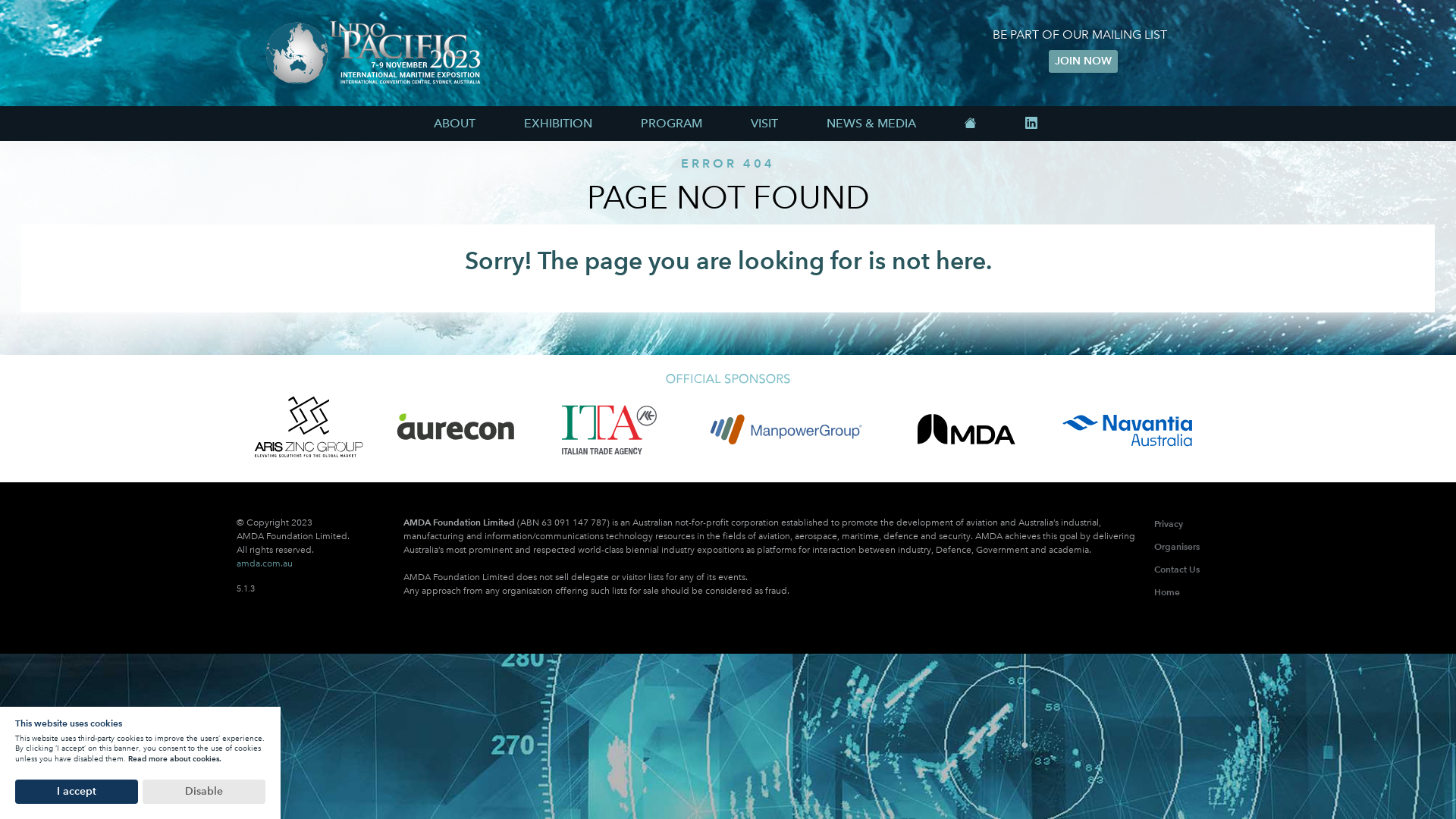 The width and height of the screenshot is (1456, 819). What do you see at coordinates (1081, 61) in the screenshot?
I see `'JOIN NOW'` at bounding box center [1081, 61].